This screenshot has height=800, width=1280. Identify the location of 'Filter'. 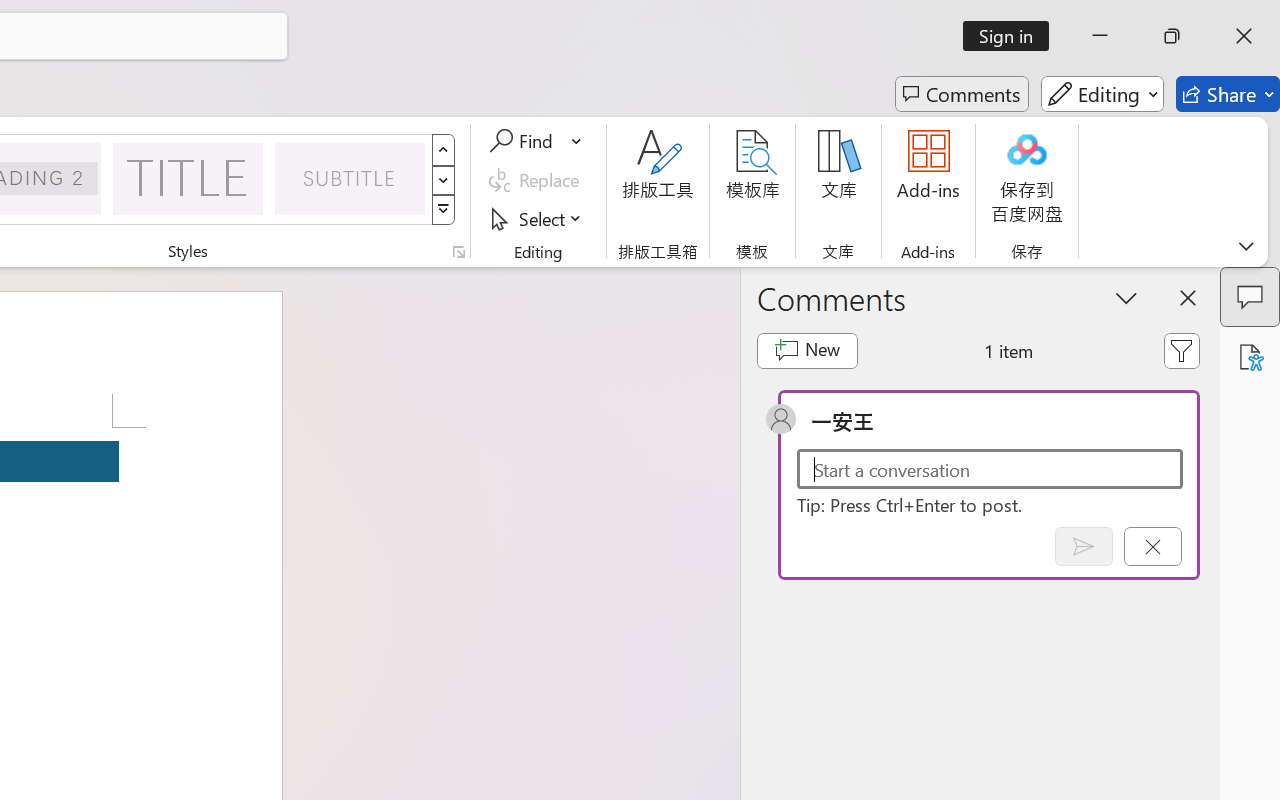
(1182, 350).